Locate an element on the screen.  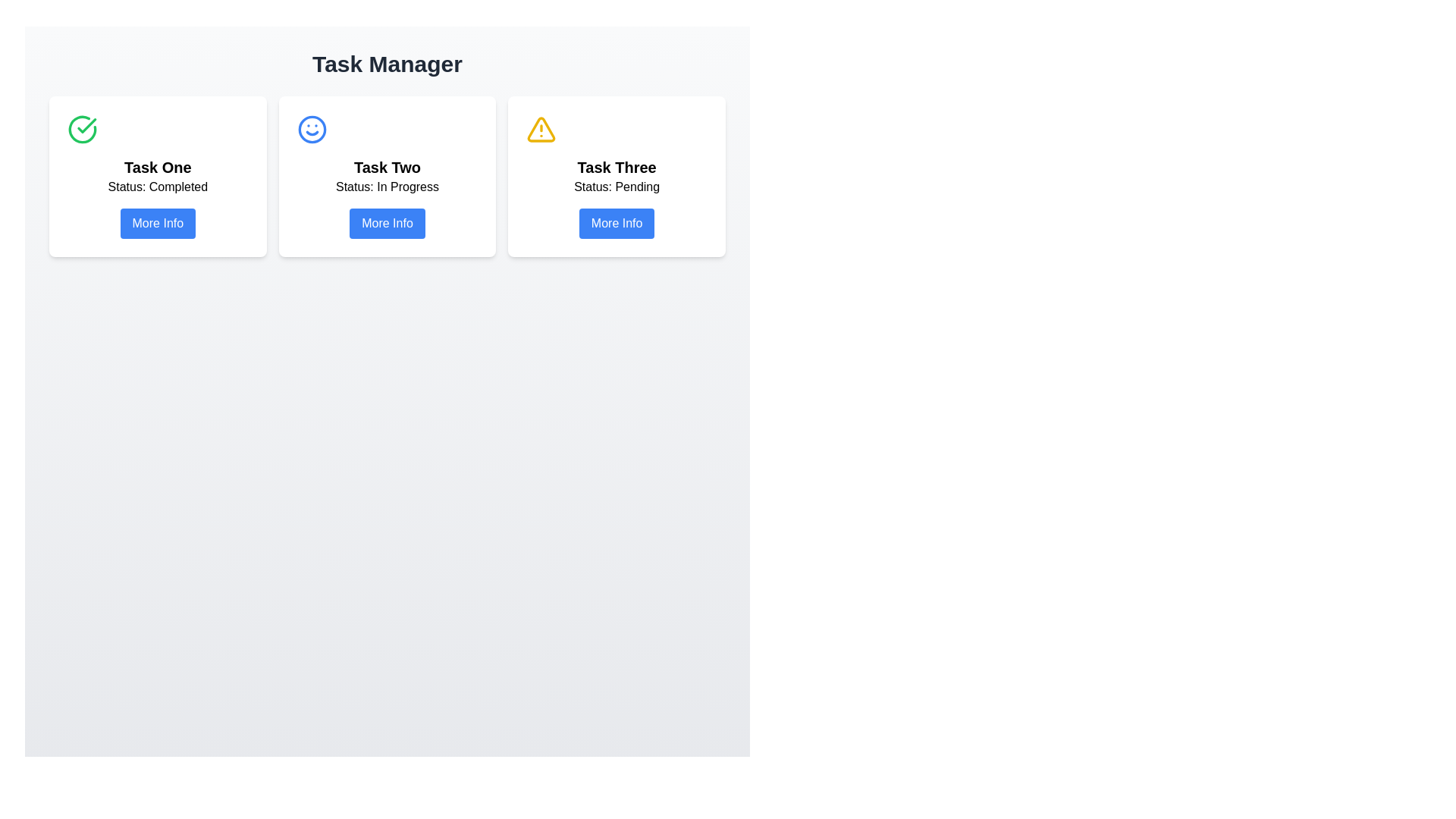
the Label displaying 'Status: Pending' which is located below the title 'Task Three' in the third card from the left is located at coordinates (617, 186).